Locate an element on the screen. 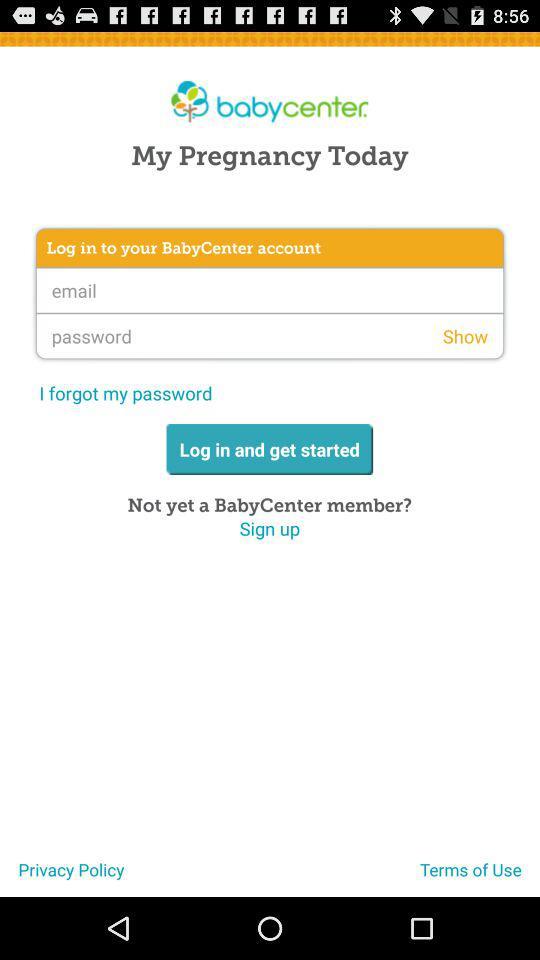 This screenshot has width=540, height=960. the icon above the privacy policy icon is located at coordinates (269, 527).